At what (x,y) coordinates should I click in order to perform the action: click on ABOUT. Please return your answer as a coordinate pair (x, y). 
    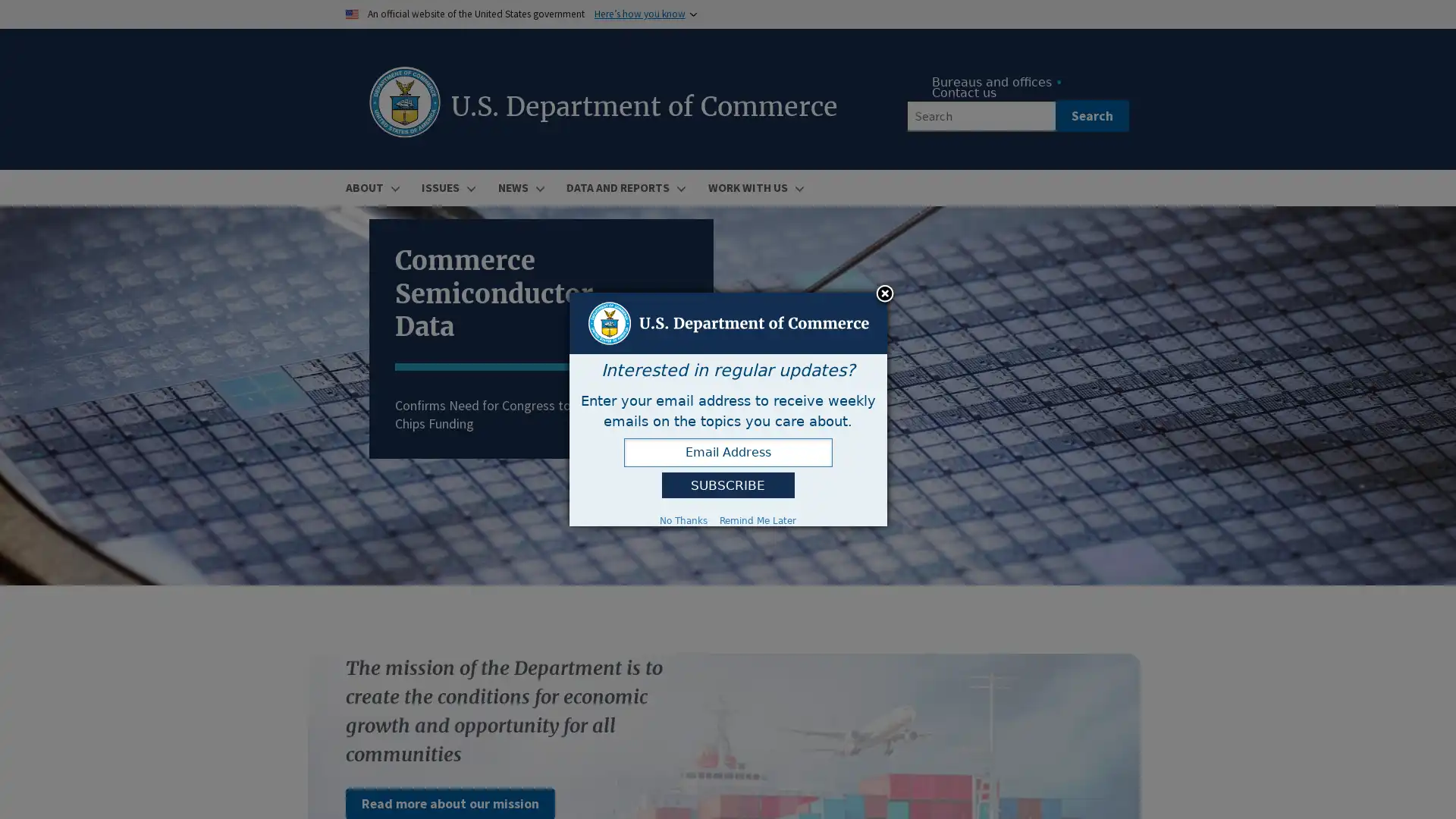
    Looking at the image, I should click on (371, 187).